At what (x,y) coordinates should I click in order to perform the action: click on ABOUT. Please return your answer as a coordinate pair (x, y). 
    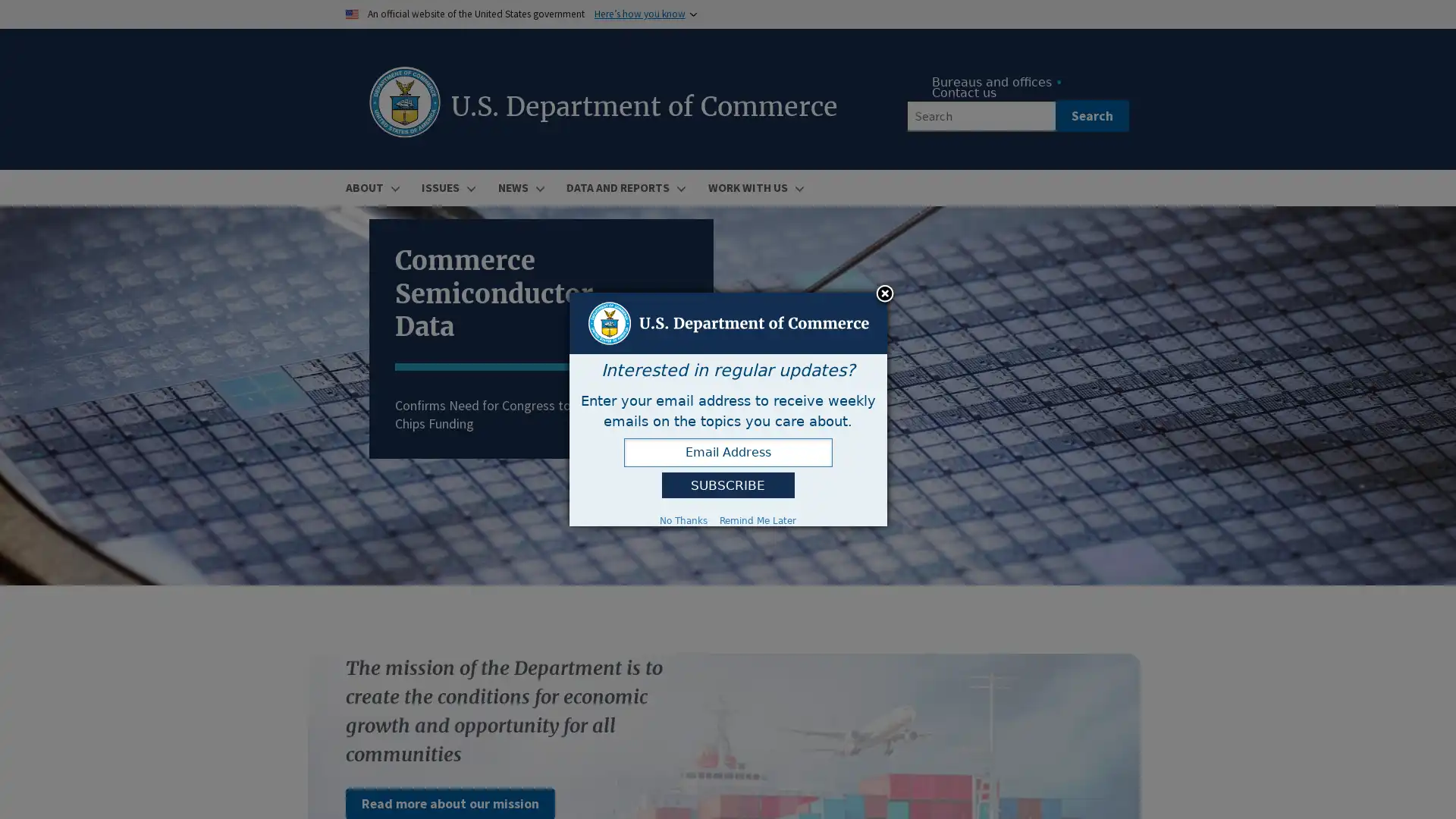
    Looking at the image, I should click on (371, 187).